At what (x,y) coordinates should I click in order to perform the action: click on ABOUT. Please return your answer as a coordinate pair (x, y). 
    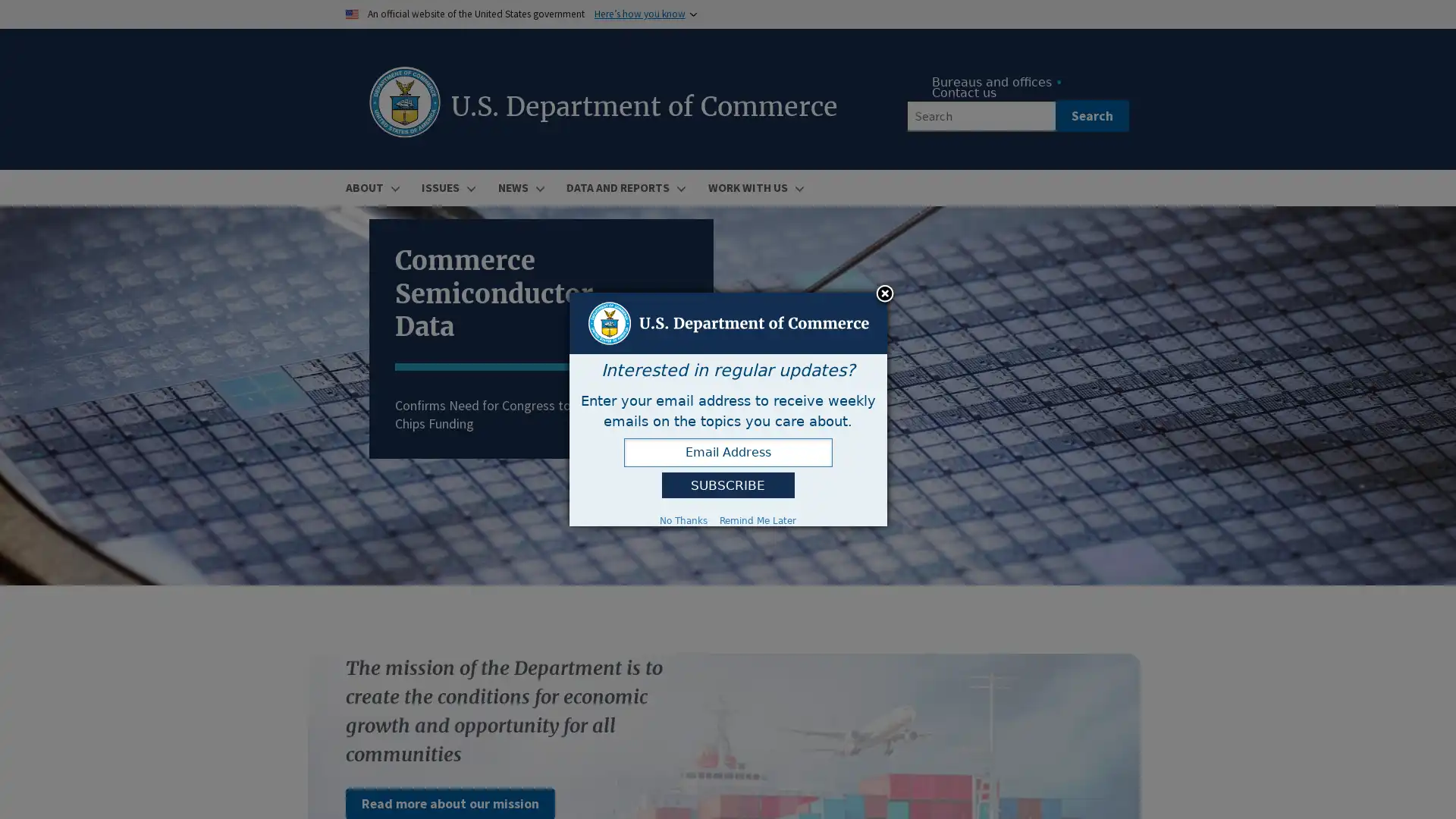
    Looking at the image, I should click on (371, 187).